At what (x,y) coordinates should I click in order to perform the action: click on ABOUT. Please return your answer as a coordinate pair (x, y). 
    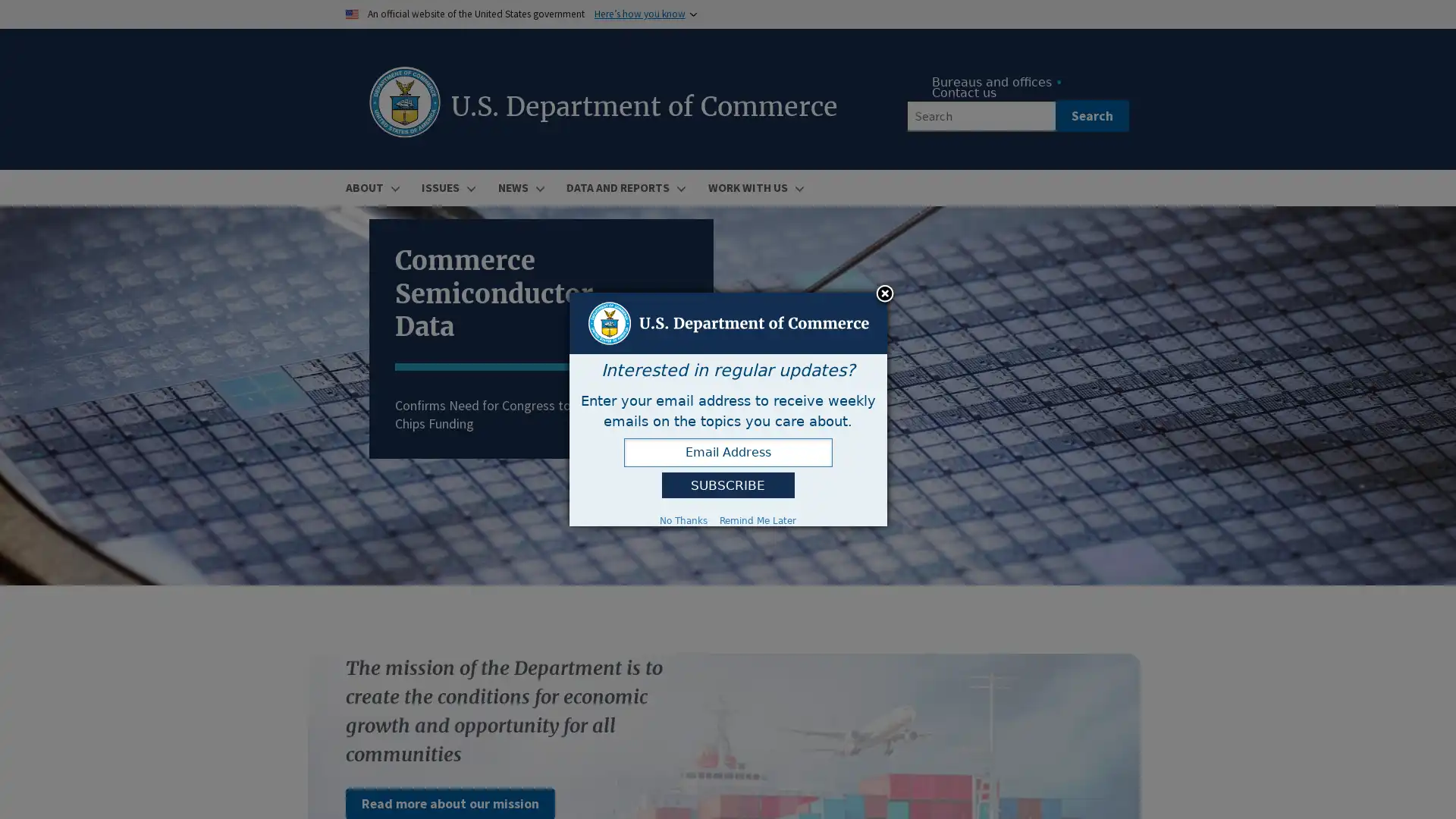
    Looking at the image, I should click on (371, 187).